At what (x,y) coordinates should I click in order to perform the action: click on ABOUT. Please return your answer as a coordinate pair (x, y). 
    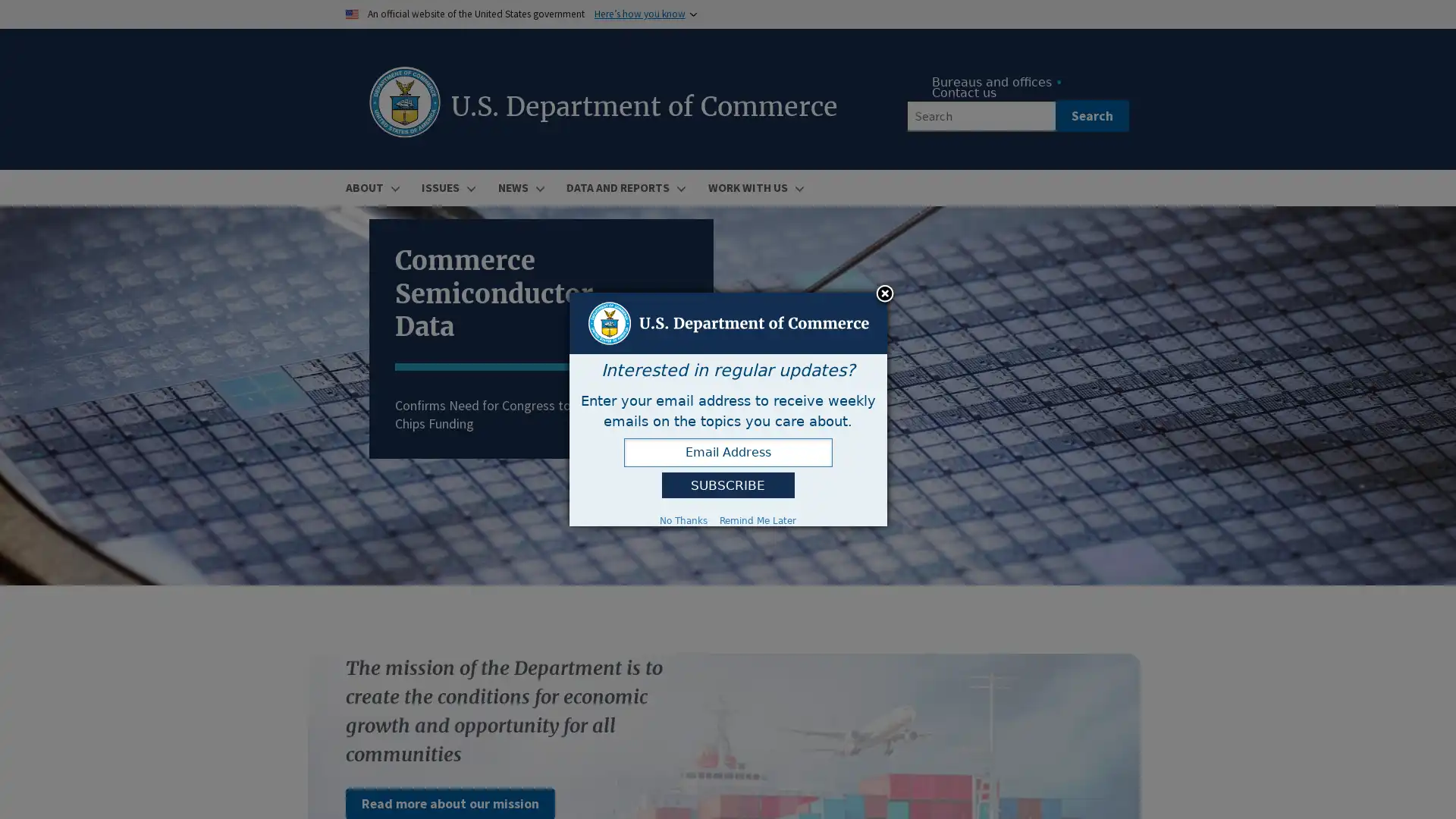
    Looking at the image, I should click on (371, 187).